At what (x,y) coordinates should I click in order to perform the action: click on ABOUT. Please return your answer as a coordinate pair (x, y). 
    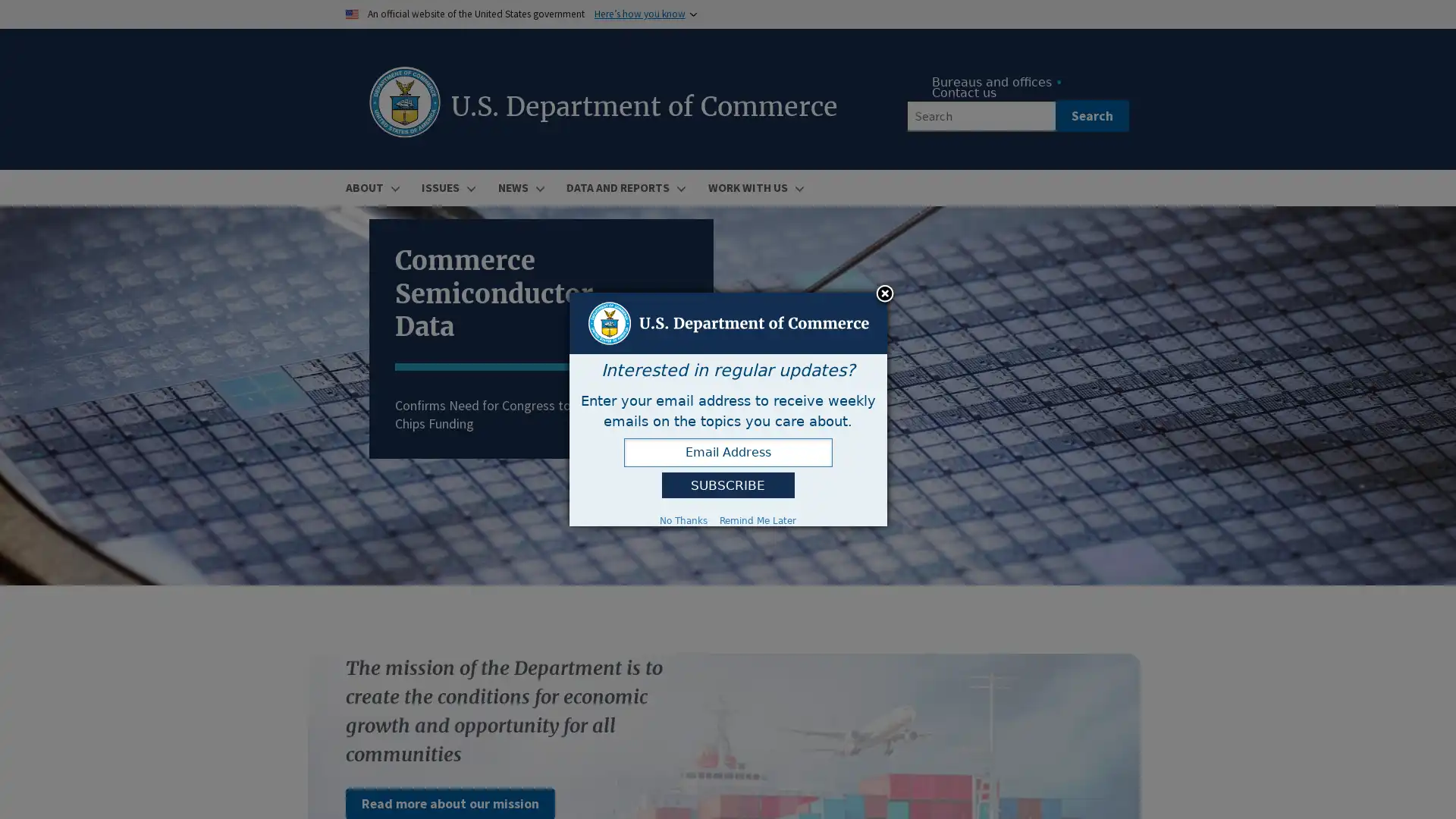
    Looking at the image, I should click on (371, 187).